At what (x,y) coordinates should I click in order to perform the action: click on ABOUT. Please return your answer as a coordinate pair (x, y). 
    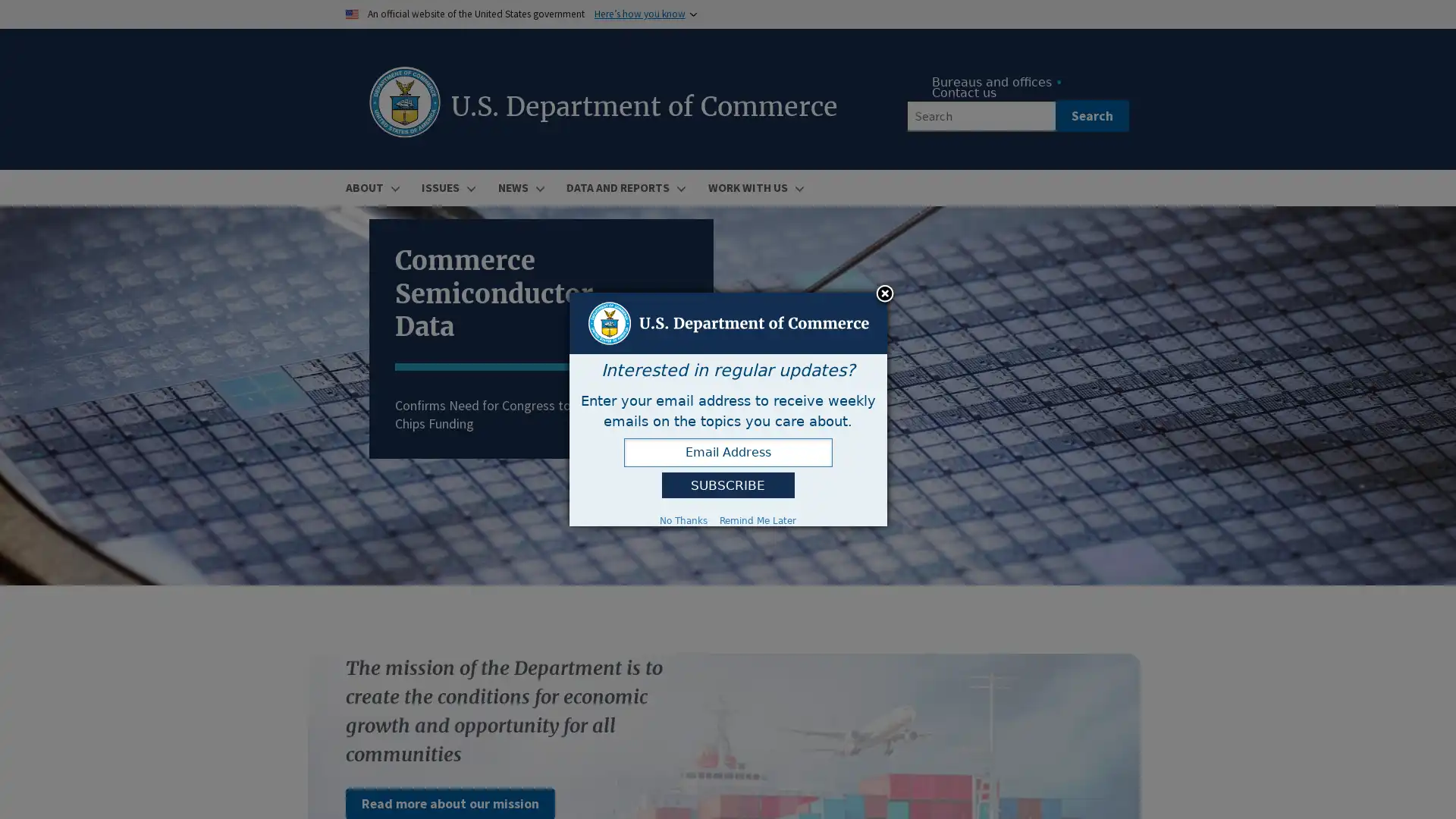
    Looking at the image, I should click on (371, 187).